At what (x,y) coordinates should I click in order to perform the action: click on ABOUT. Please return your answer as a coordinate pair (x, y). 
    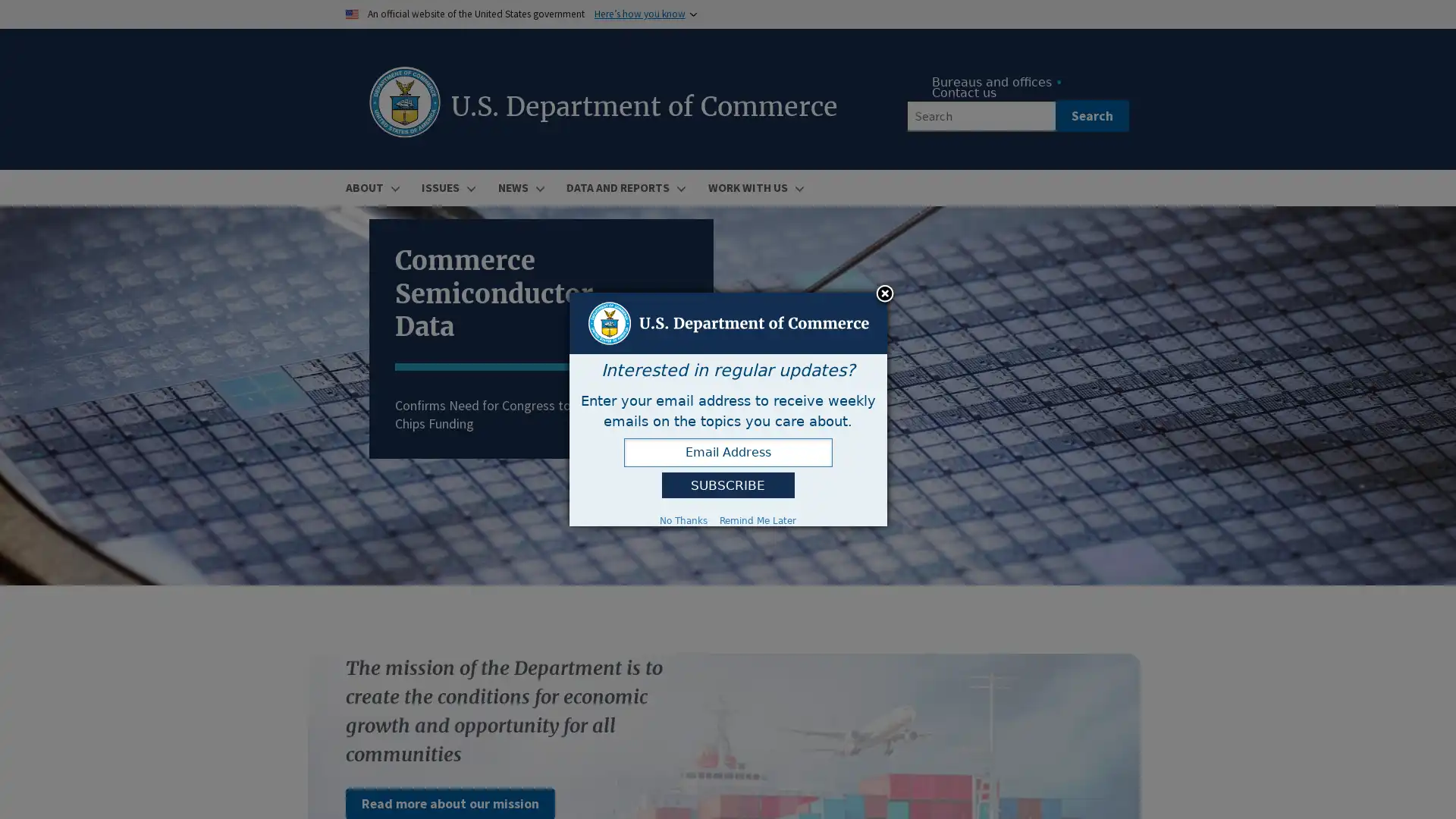
    Looking at the image, I should click on (371, 187).